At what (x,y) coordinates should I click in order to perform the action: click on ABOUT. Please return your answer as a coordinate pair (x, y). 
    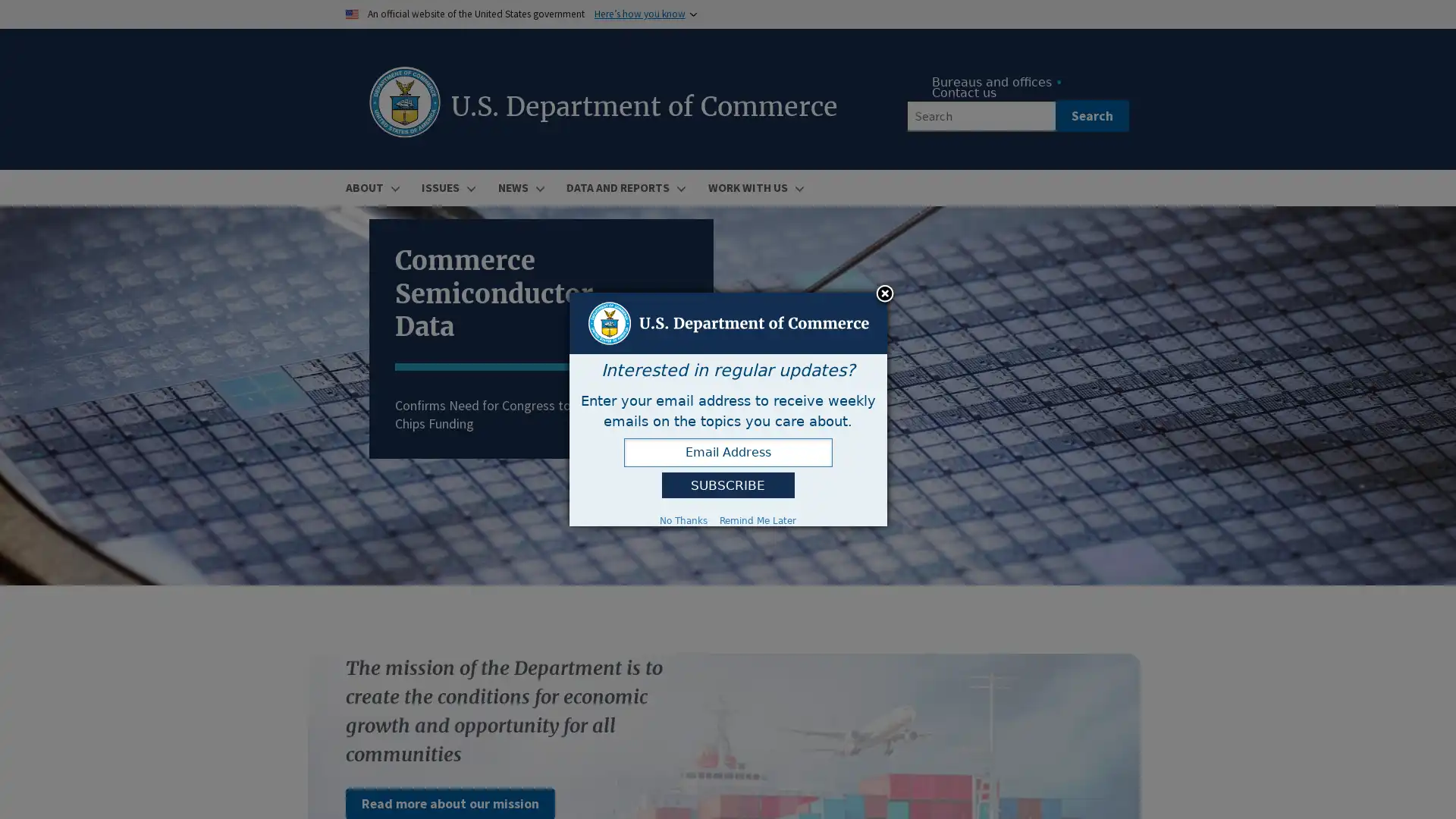
    Looking at the image, I should click on (371, 187).